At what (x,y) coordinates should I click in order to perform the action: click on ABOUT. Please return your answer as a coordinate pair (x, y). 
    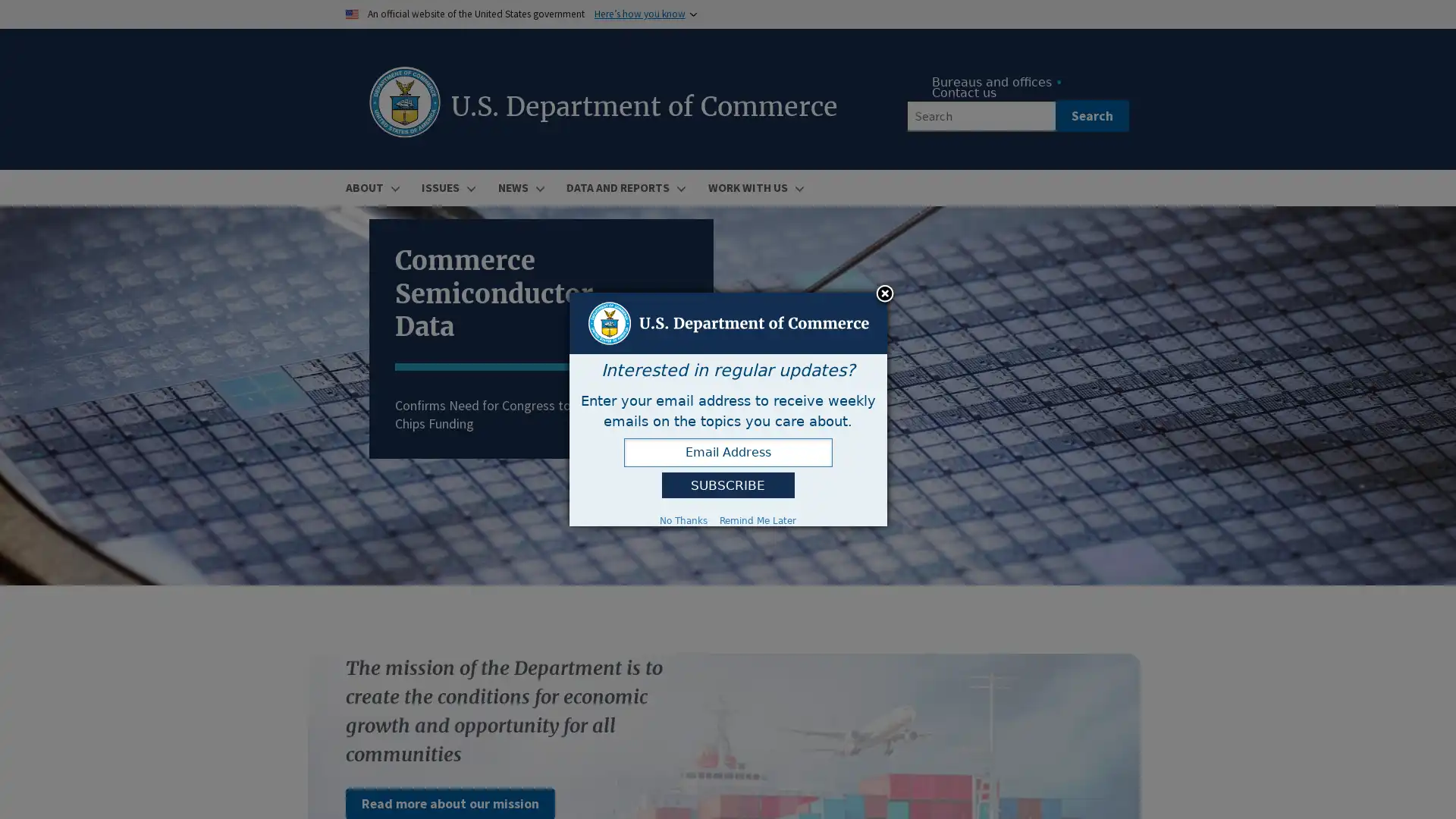
    Looking at the image, I should click on (371, 187).